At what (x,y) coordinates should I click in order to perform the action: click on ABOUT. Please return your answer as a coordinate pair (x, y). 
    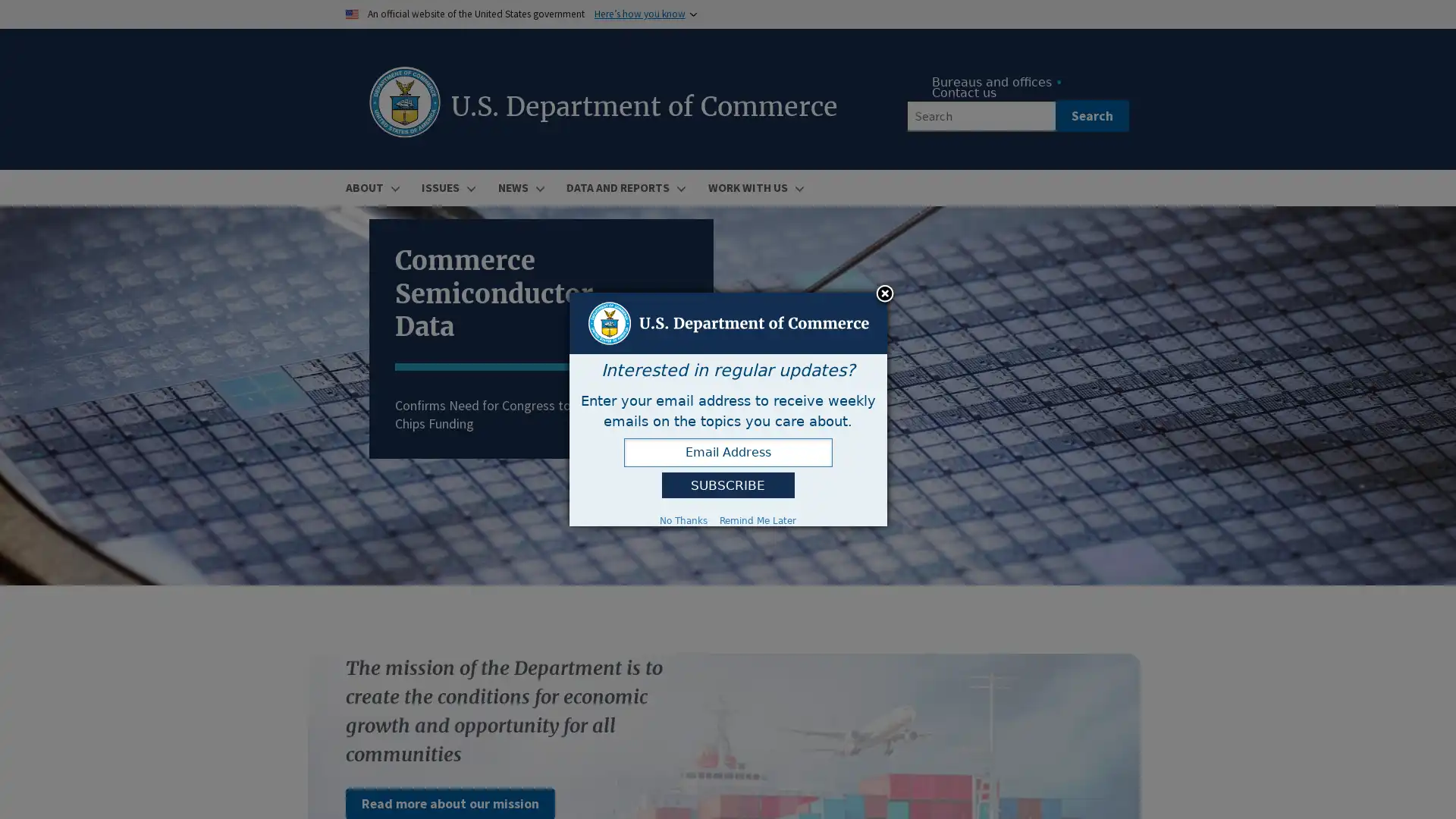
    Looking at the image, I should click on (371, 187).